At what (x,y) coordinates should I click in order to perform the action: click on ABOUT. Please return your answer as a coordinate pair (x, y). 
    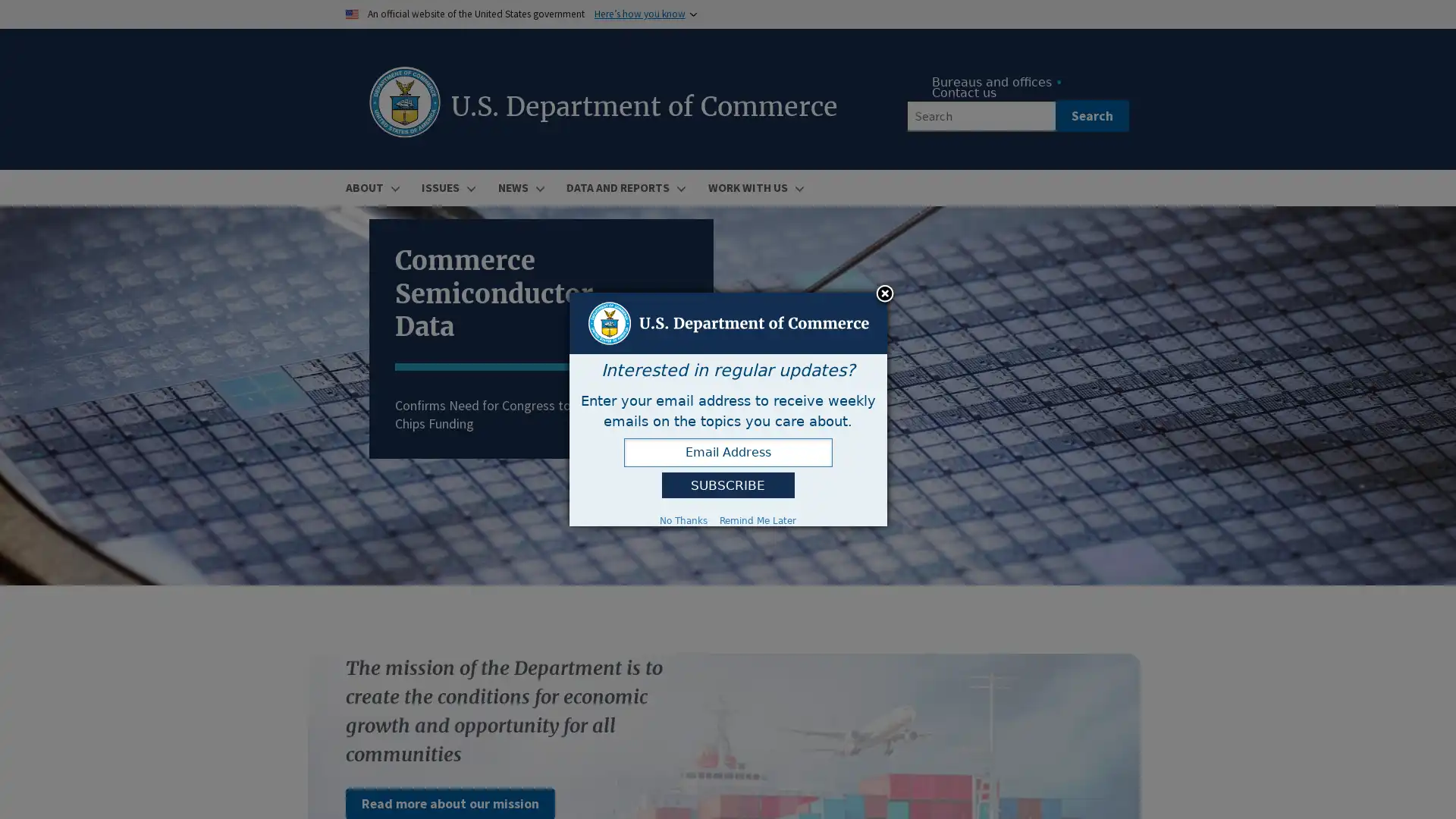
    Looking at the image, I should click on (371, 187).